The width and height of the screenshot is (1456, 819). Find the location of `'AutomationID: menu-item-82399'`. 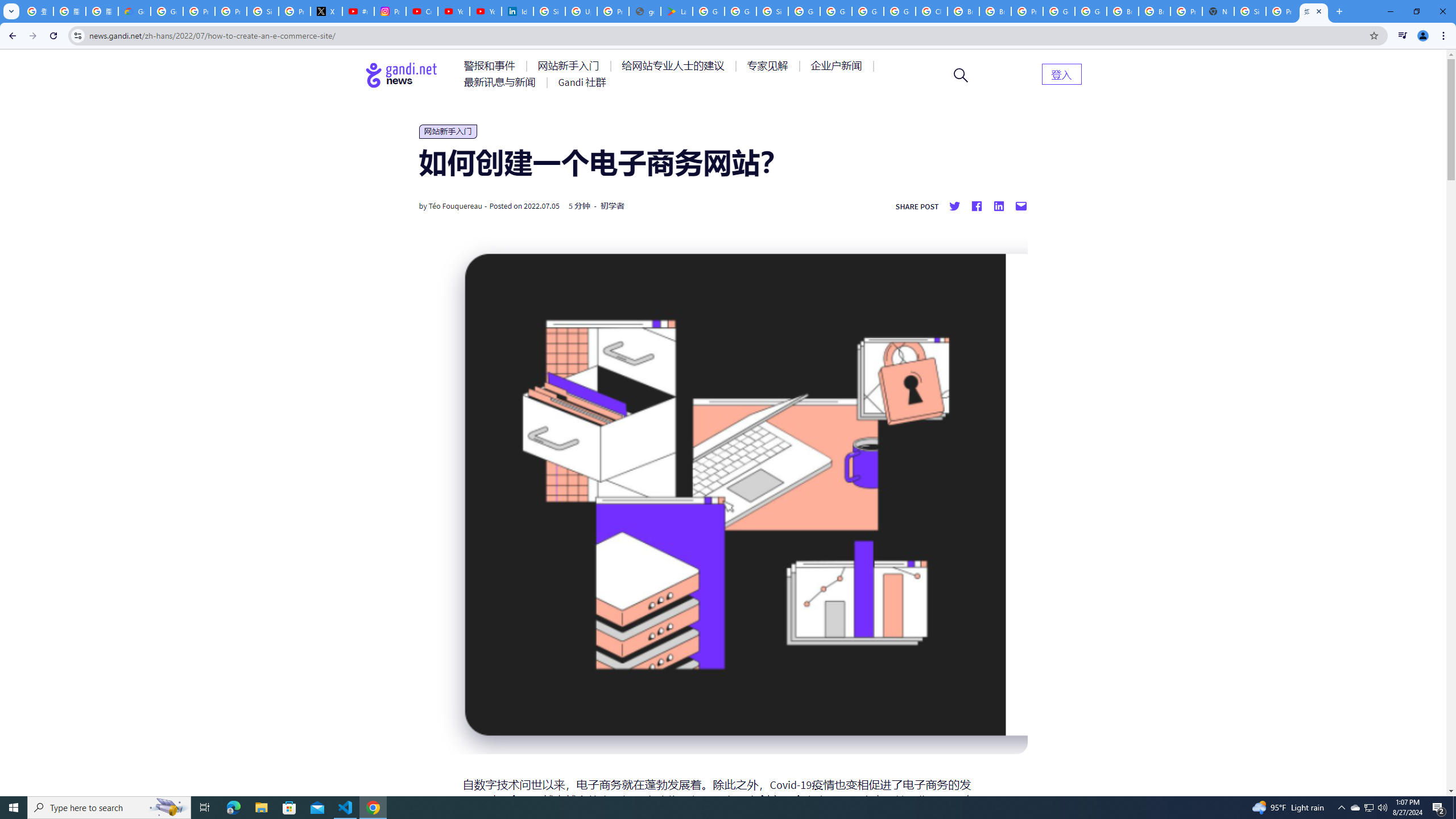

'AutomationID: menu-item-82399' is located at coordinates (1061, 73).